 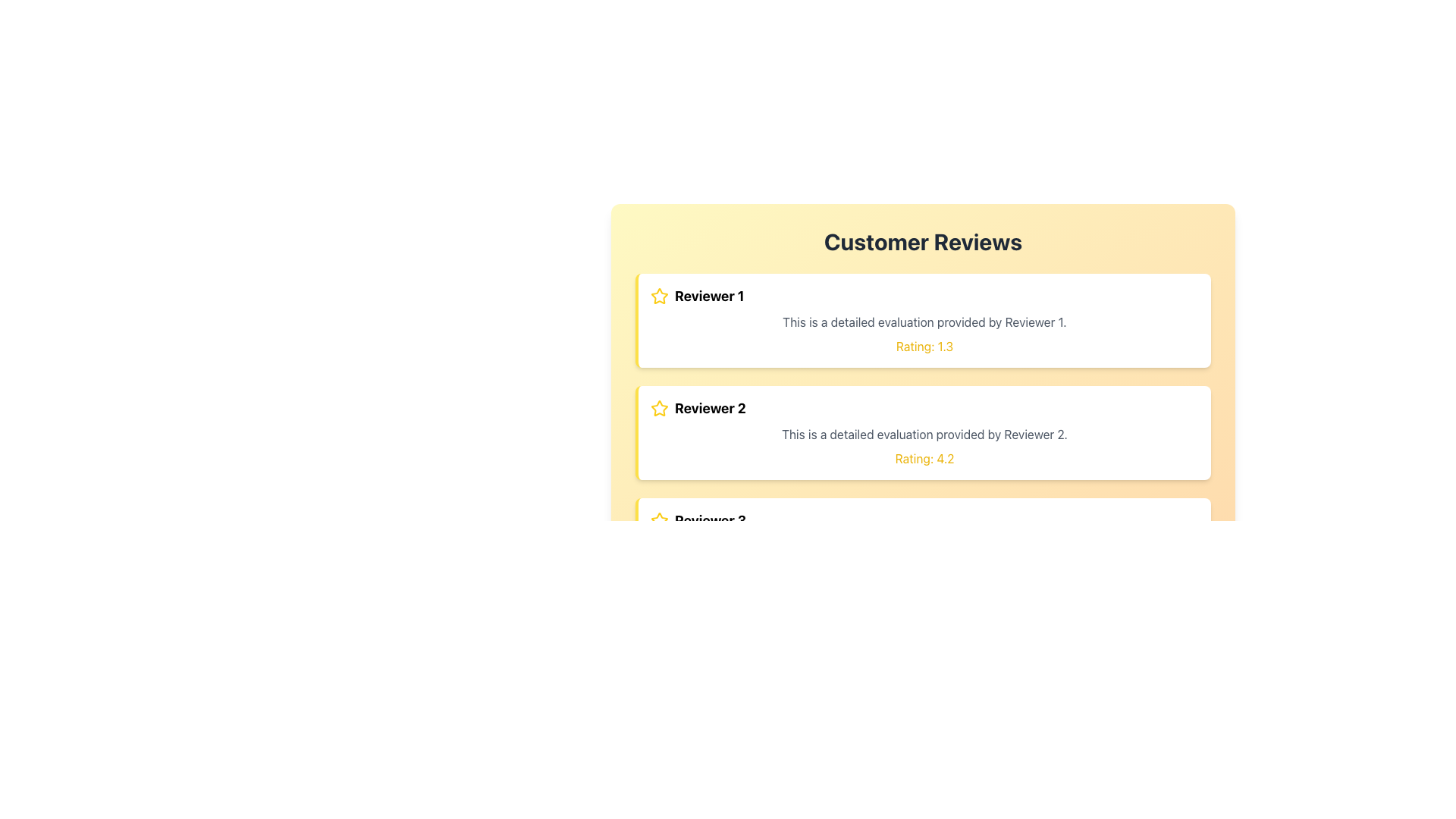 What do you see at coordinates (924, 435) in the screenshot?
I see `the text element displaying 'This is a detailed evaluation provided by Reviewer 2.' located in the second review card, which is styled with a light gray font color` at bounding box center [924, 435].